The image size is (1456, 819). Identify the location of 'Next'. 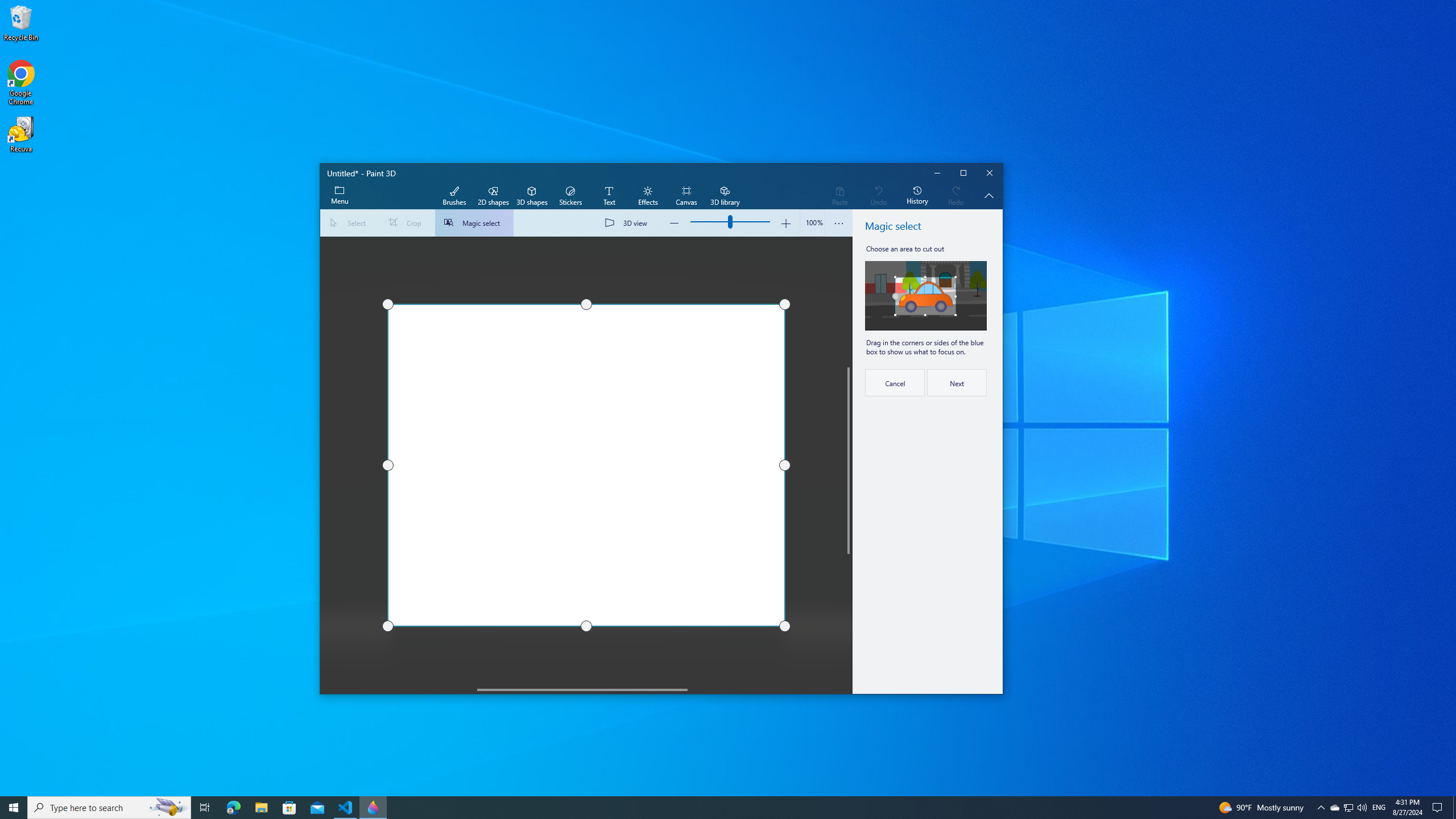
(957, 383).